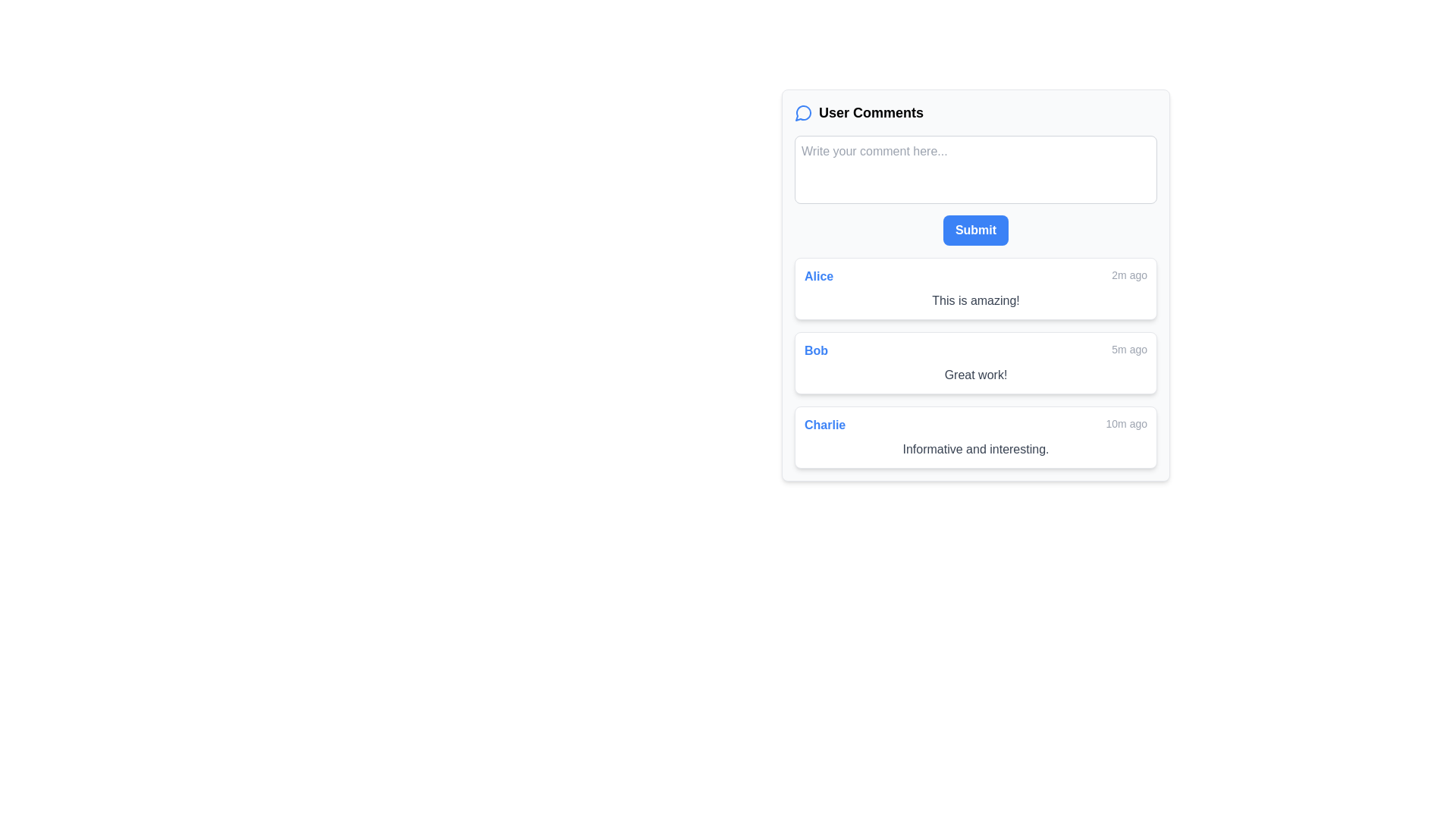 The height and width of the screenshot is (819, 1456). Describe the element at coordinates (1126, 425) in the screenshot. I see `the text label displaying '10m ago', which is positioned at the far-right end of a comment block adjacent to the blue-colored name label 'Charlie'` at that location.